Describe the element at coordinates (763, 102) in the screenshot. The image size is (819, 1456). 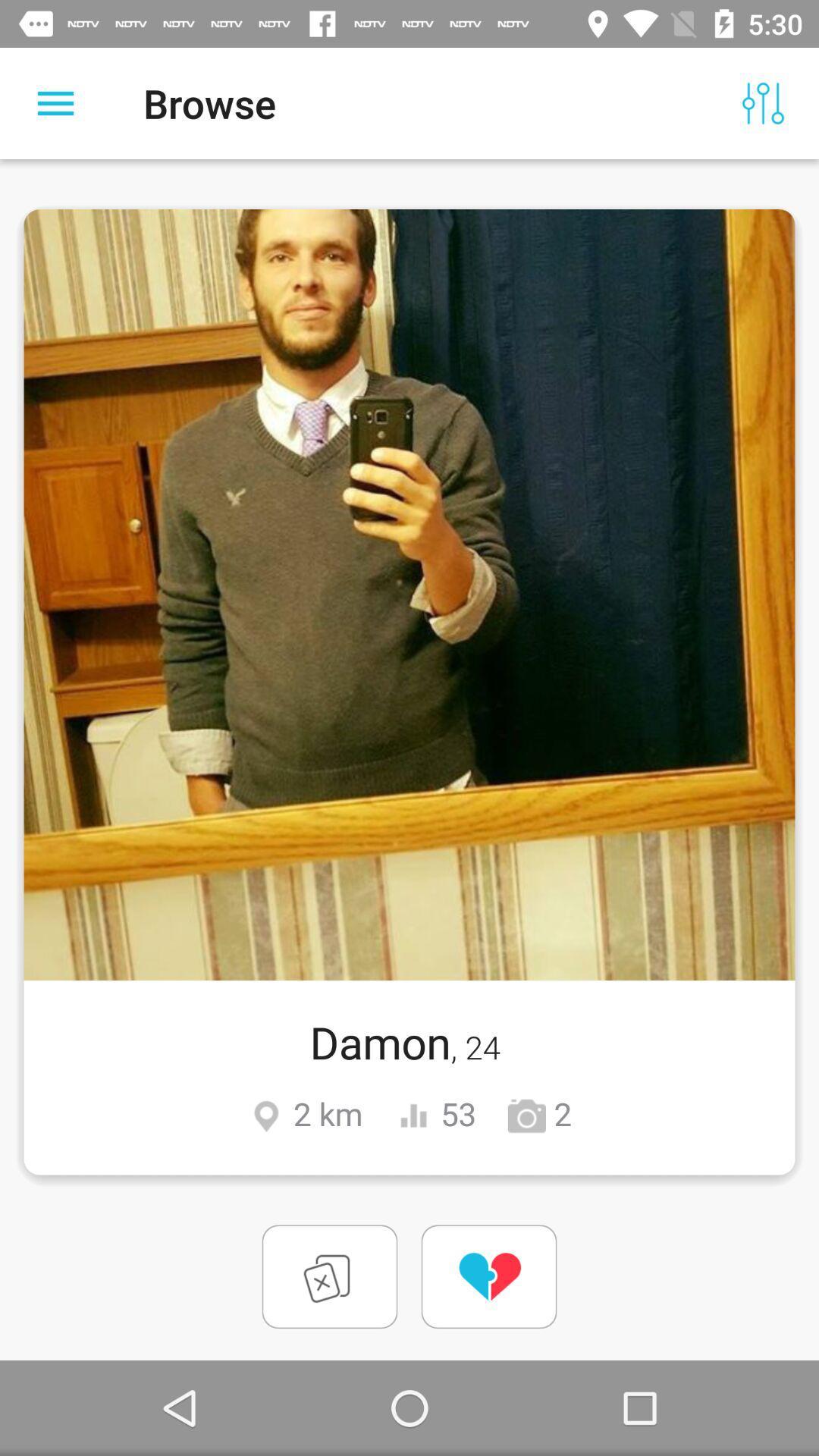
I see `icon to the right of browse` at that location.